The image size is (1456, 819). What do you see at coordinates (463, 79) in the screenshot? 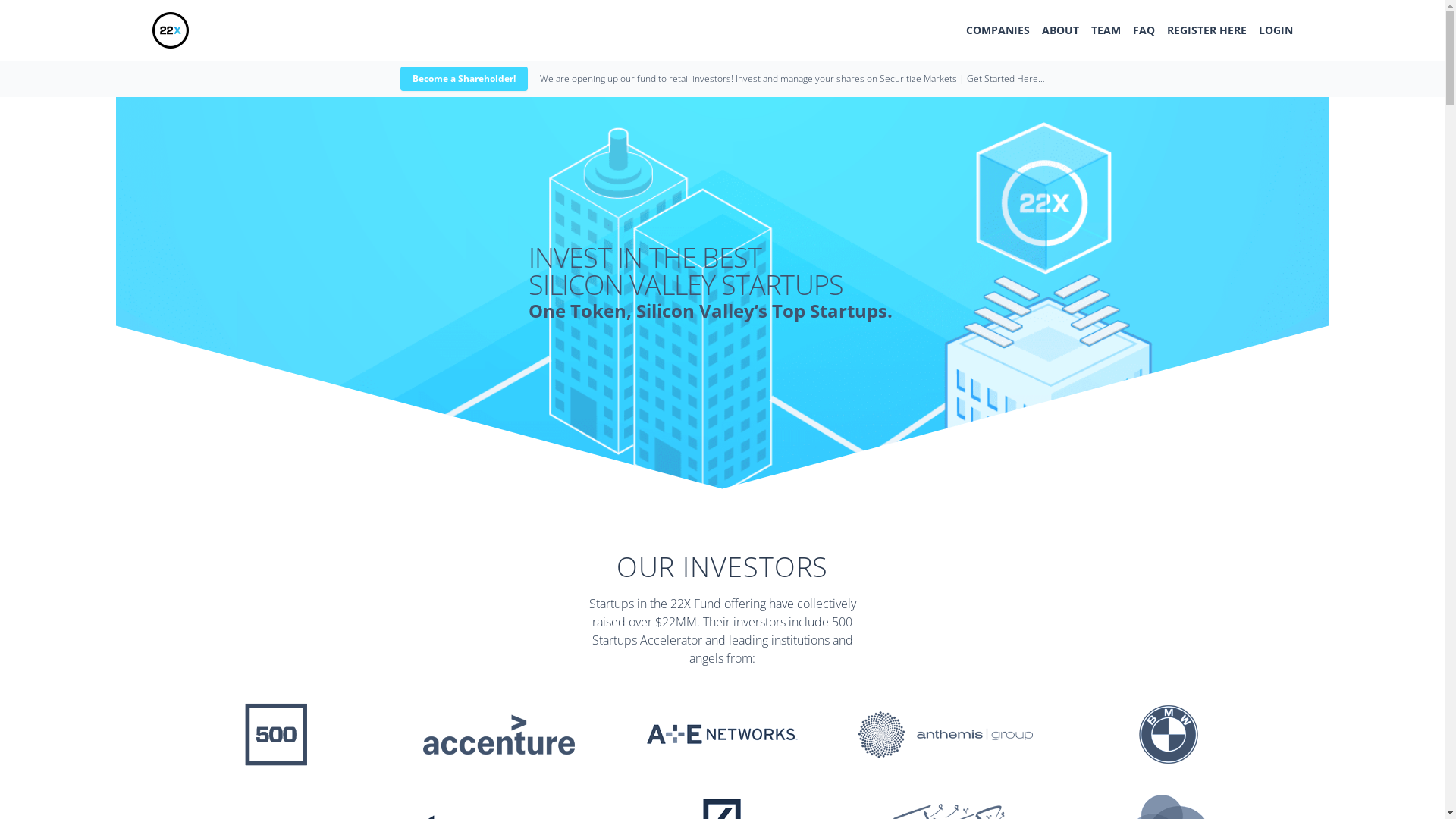
I see `'Become a Shareholder!'` at bounding box center [463, 79].